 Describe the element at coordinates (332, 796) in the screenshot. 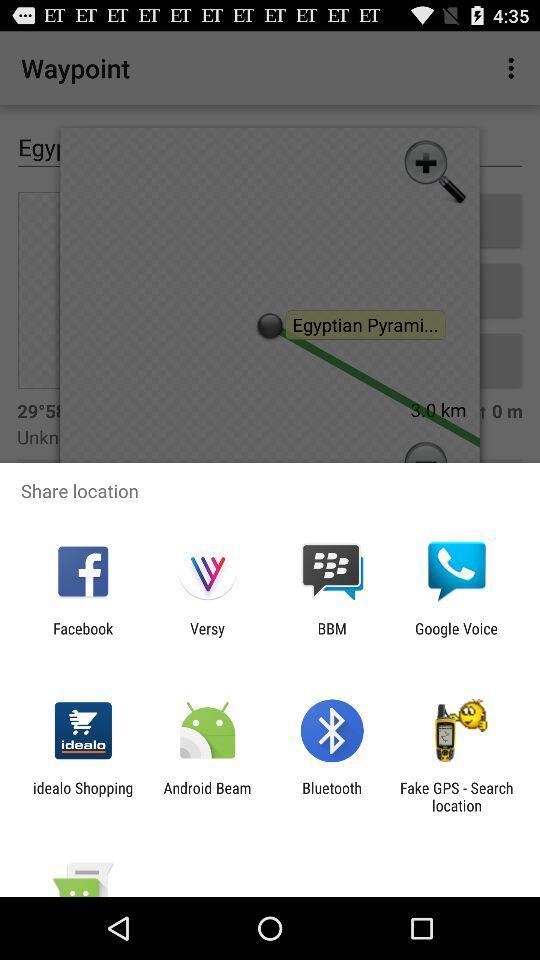

I see `bluetooth icon` at that location.